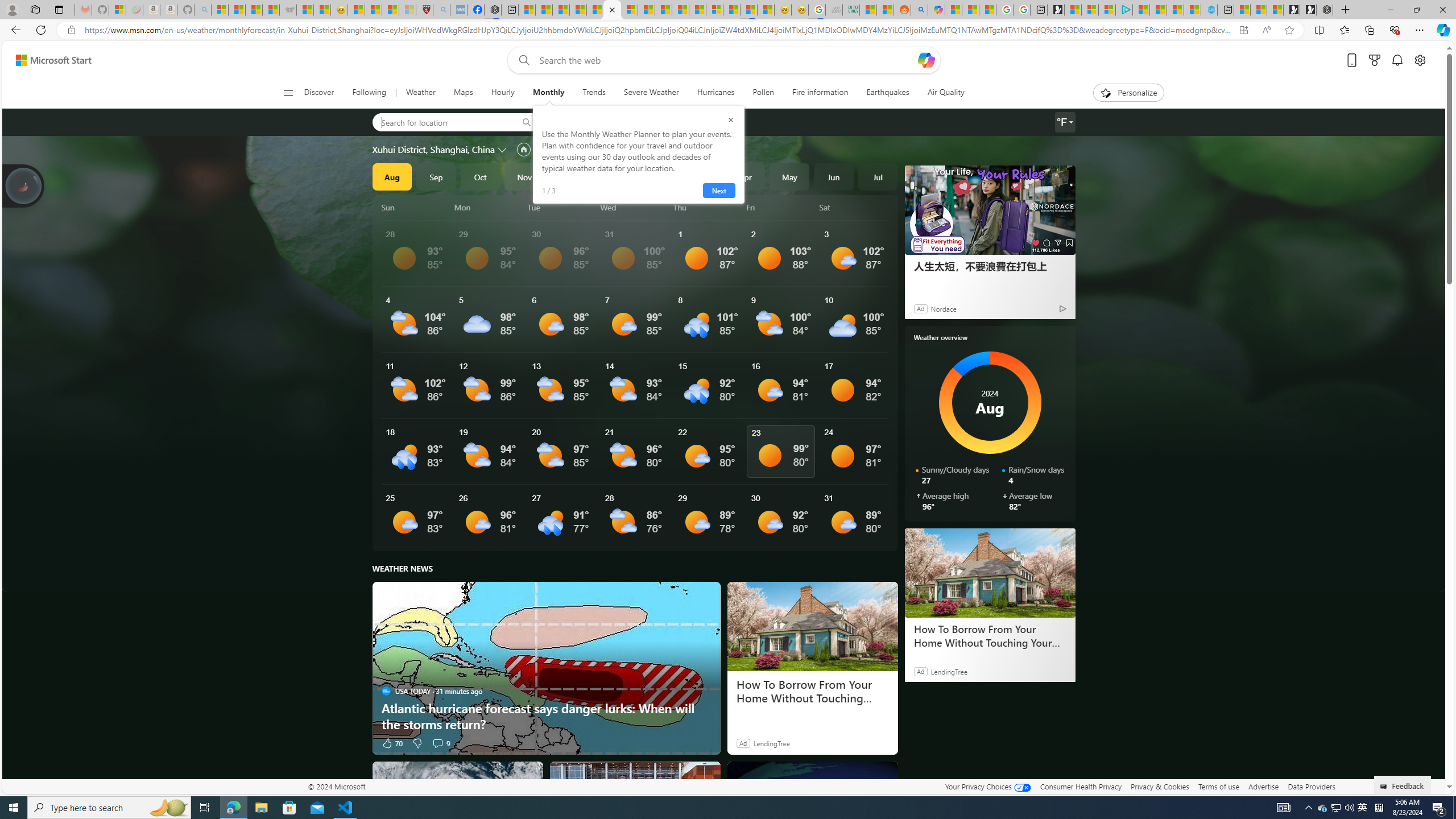 The width and height of the screenshot is (1456, 819). What do you see at coordinates (919, 9) in the screenshot?
I see `'Utah sues federal government - Search'` at bounding box center [919, 9].